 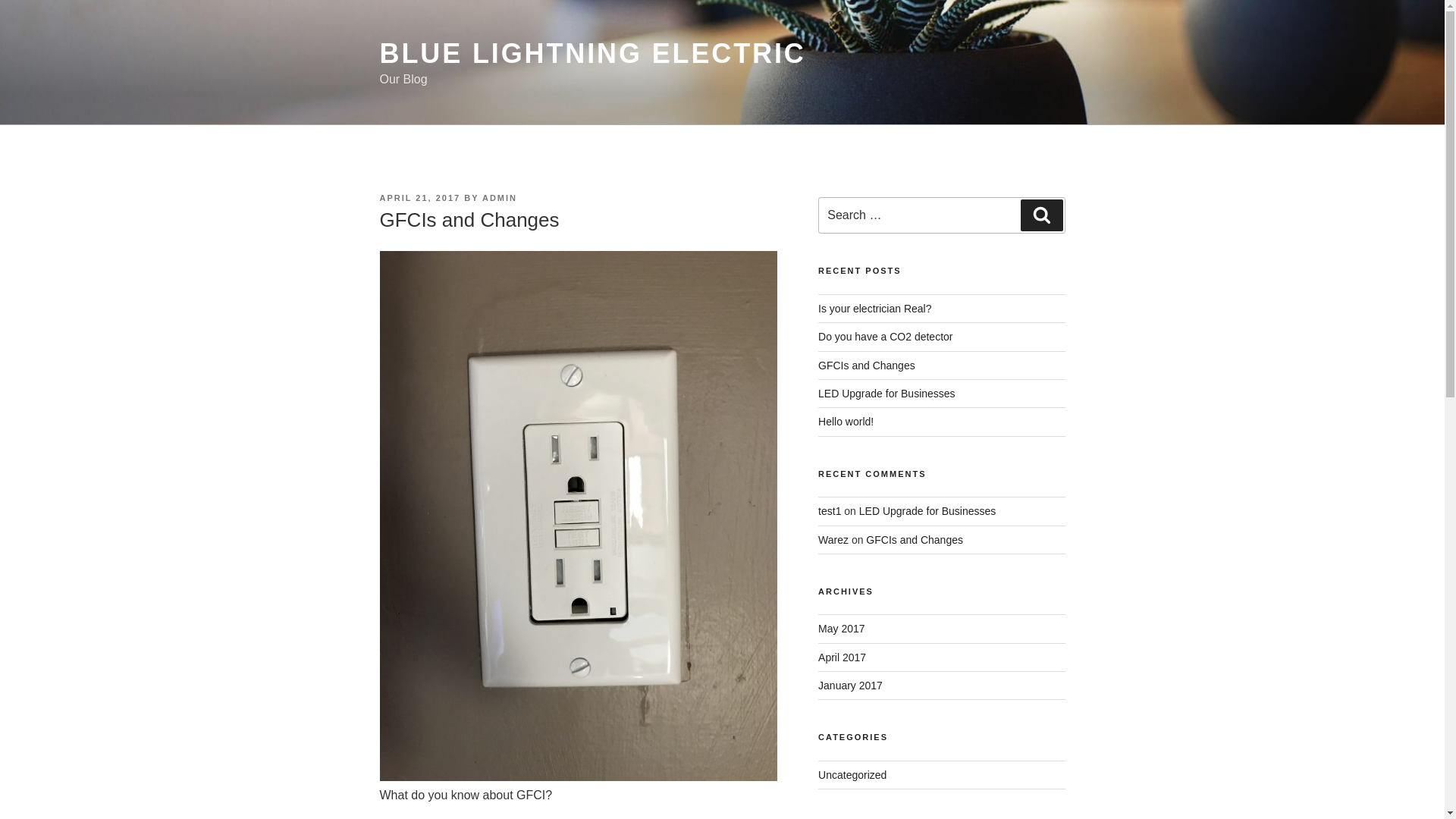 What do you see at coordinates (419, 197) in the screenshot?
I see `'APRIL 21, 2017'` at bounding box center [419, 197].